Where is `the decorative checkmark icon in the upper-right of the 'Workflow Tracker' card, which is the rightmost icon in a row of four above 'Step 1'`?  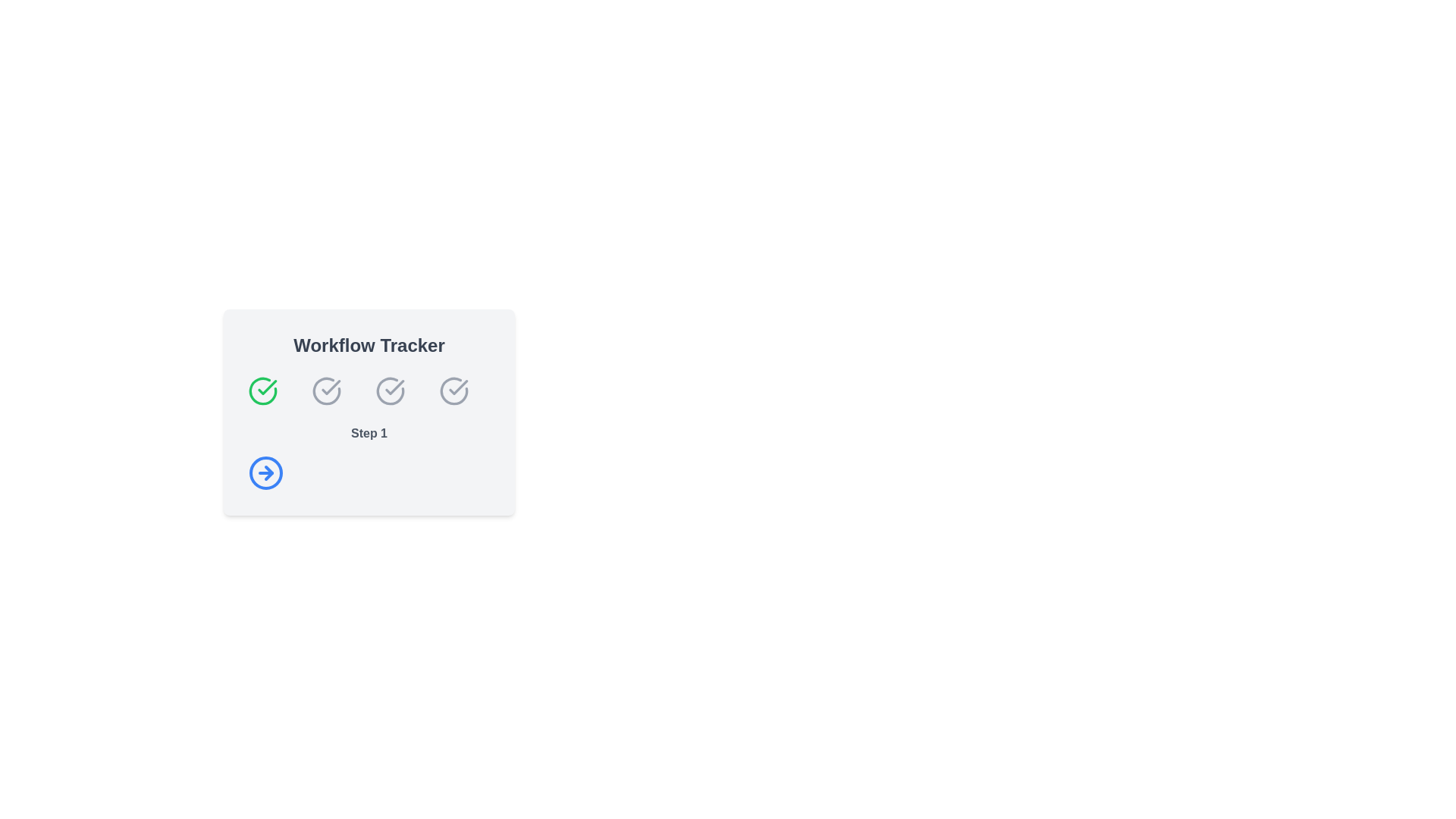 the decorative checkmark icon in the upper-right of the 'Workflow Tracker' card, which is the rightmost icon in a row of four above 'Step 1' is located at coordinates (453, 391).